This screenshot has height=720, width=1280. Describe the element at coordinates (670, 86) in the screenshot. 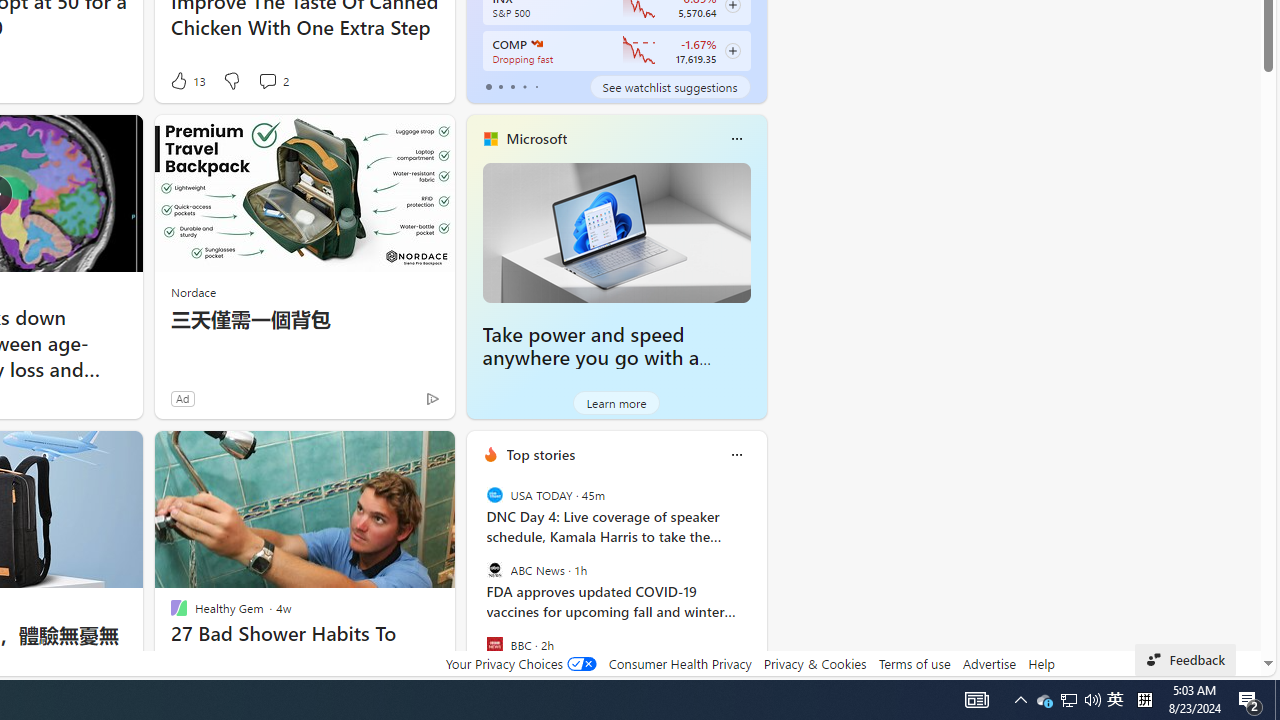

I see `'See watchlist suggestions'` at that location.